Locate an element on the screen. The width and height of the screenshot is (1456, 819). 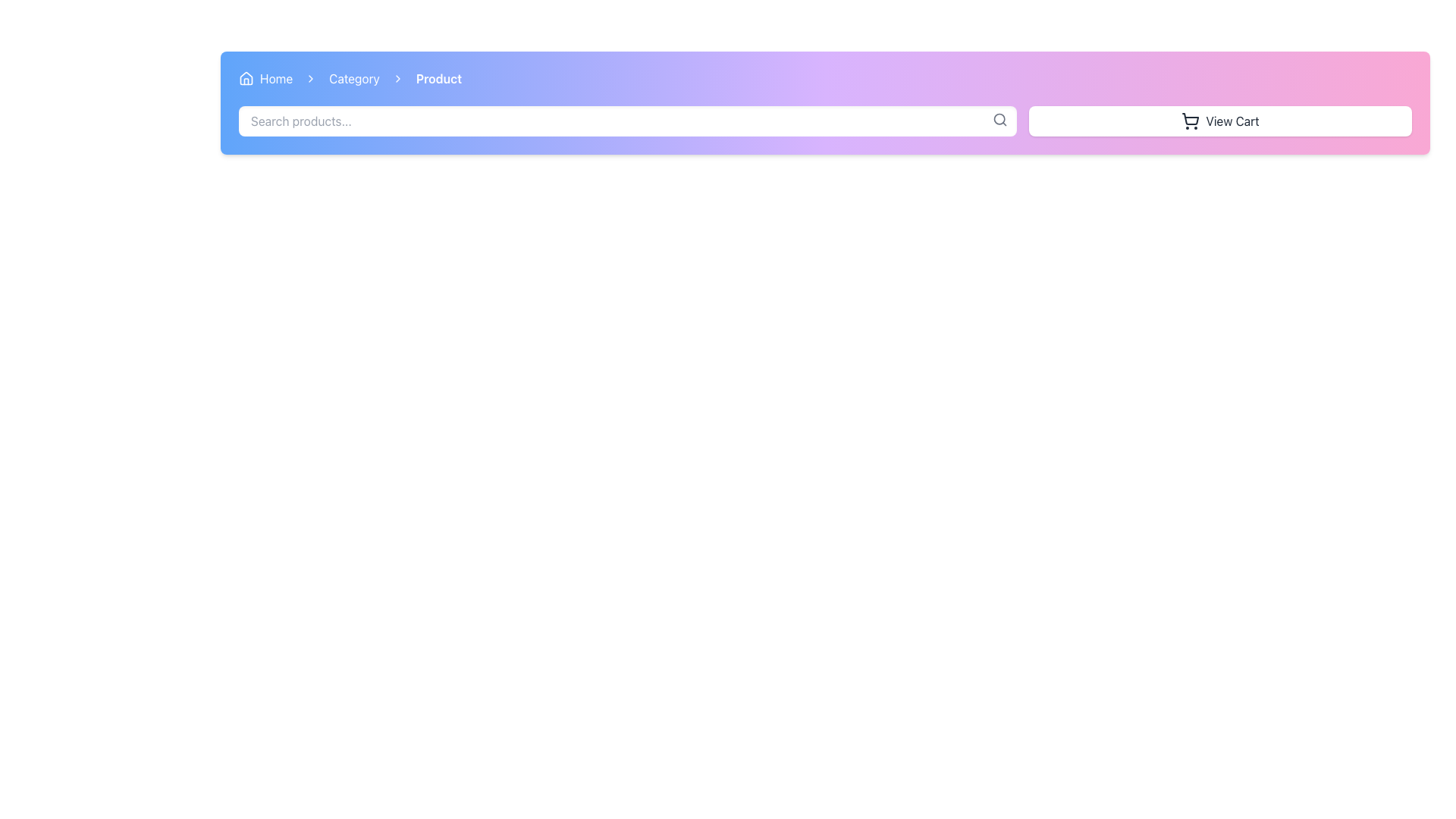
the interactive text link labeled 'Category' in the breadcrumb navigation bar is located at coordinates (353, 79).